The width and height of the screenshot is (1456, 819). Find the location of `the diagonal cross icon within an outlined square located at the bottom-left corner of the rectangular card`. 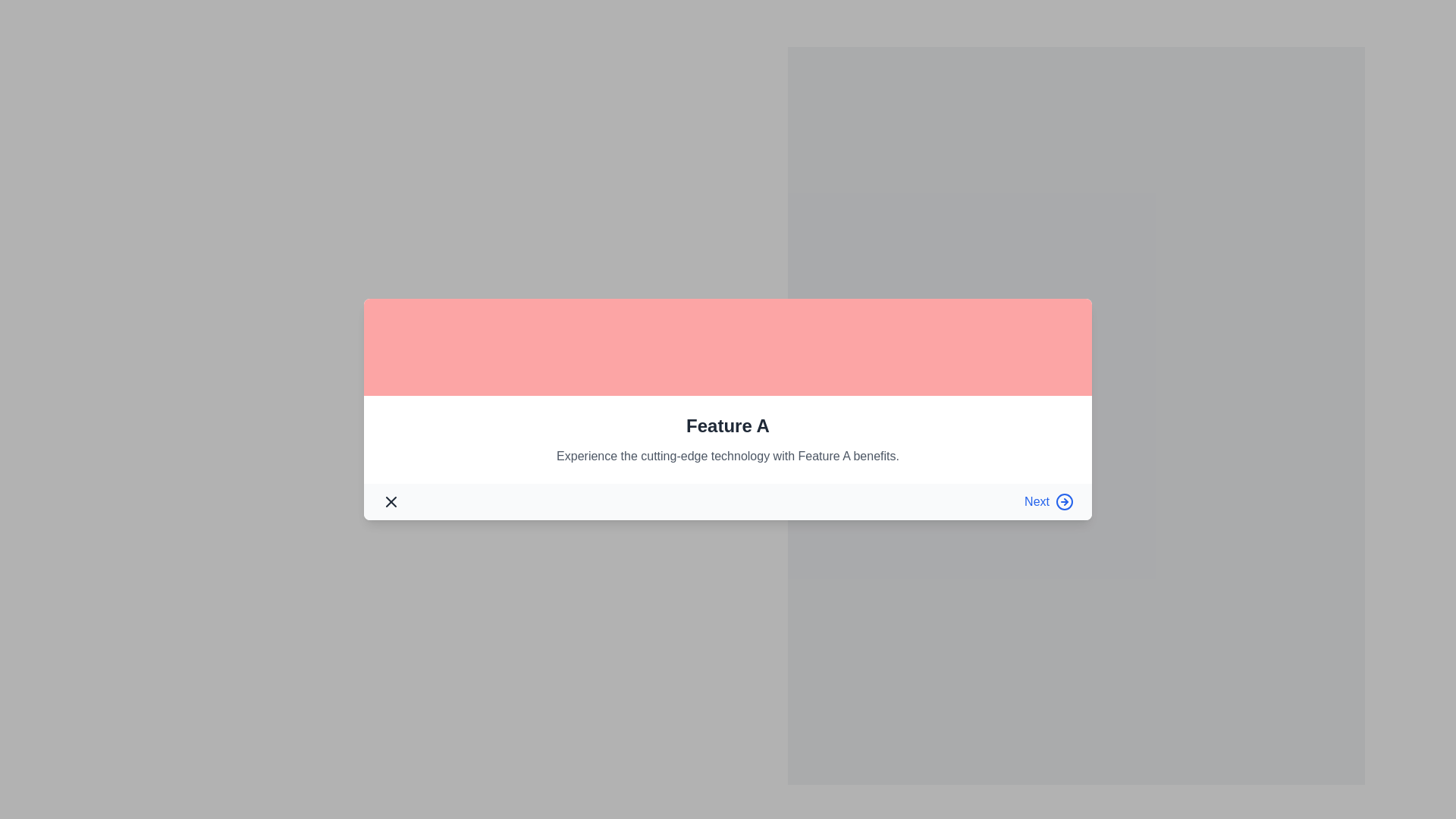

the diagonal cross icon within an outlined square located at the bottom-left corner of the rectangular card is located at coordinates (391, 502).